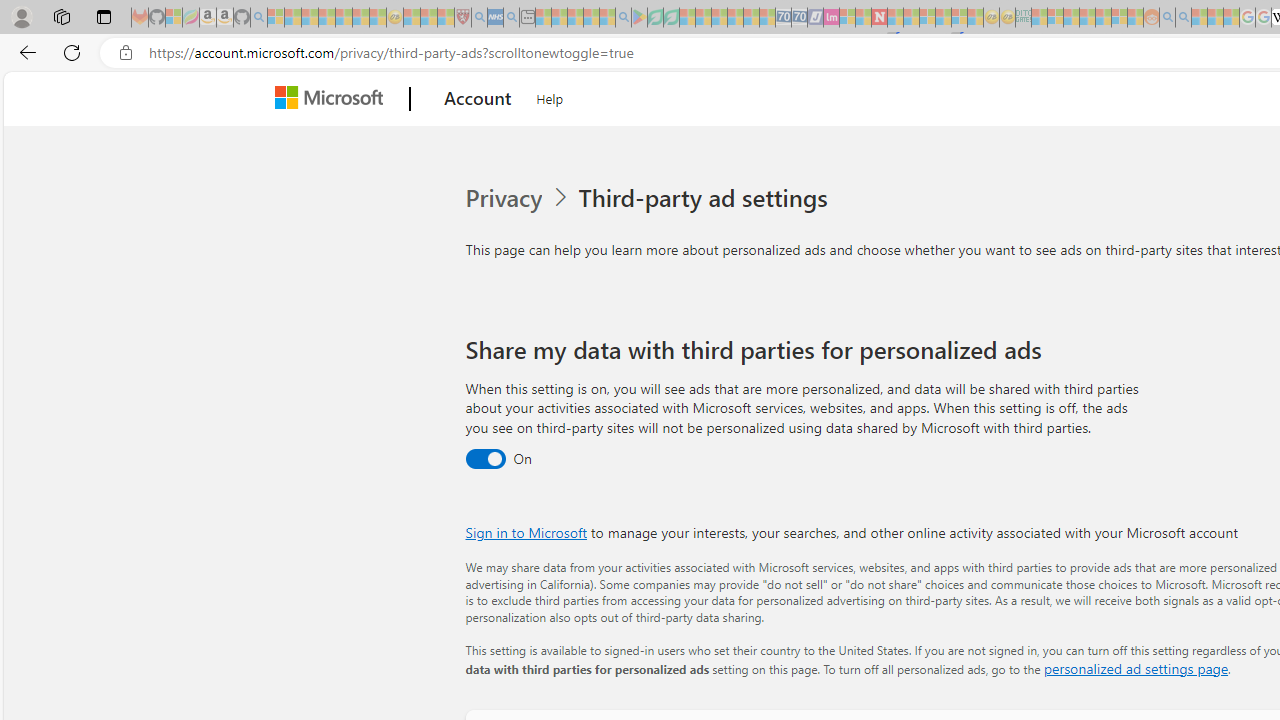 The height and width of the screenshot is (720, 1280). I want to click on 'Expert Portfolios - Sleeping', so click(1086, 17).